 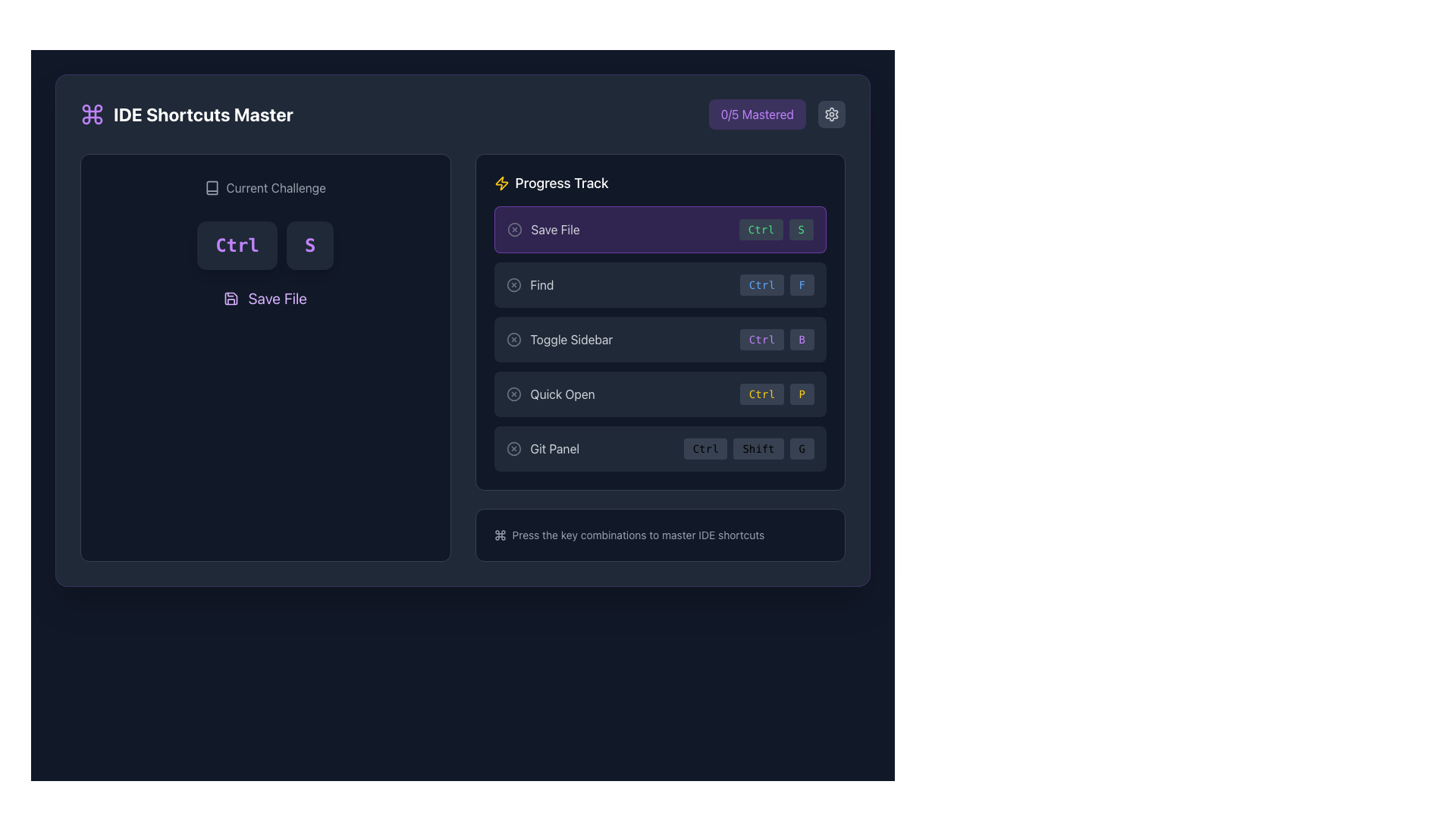 I want to click on the second item in the 'Progress Track' section, which represents the 'Find' action shortcut 'Ctrl F', so click(x=660, y=284).